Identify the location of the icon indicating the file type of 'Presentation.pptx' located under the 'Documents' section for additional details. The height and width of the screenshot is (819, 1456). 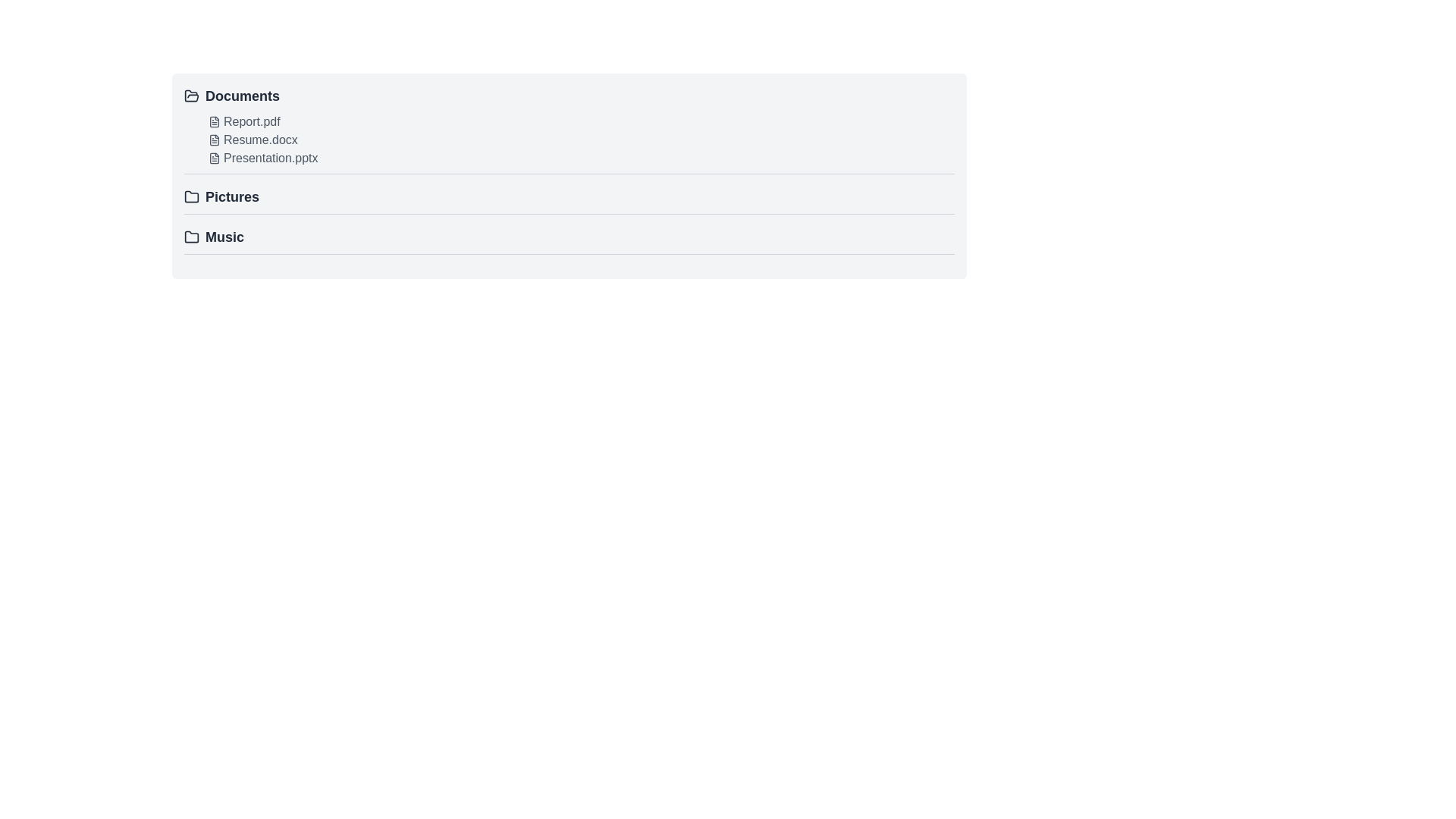
(214, 158).